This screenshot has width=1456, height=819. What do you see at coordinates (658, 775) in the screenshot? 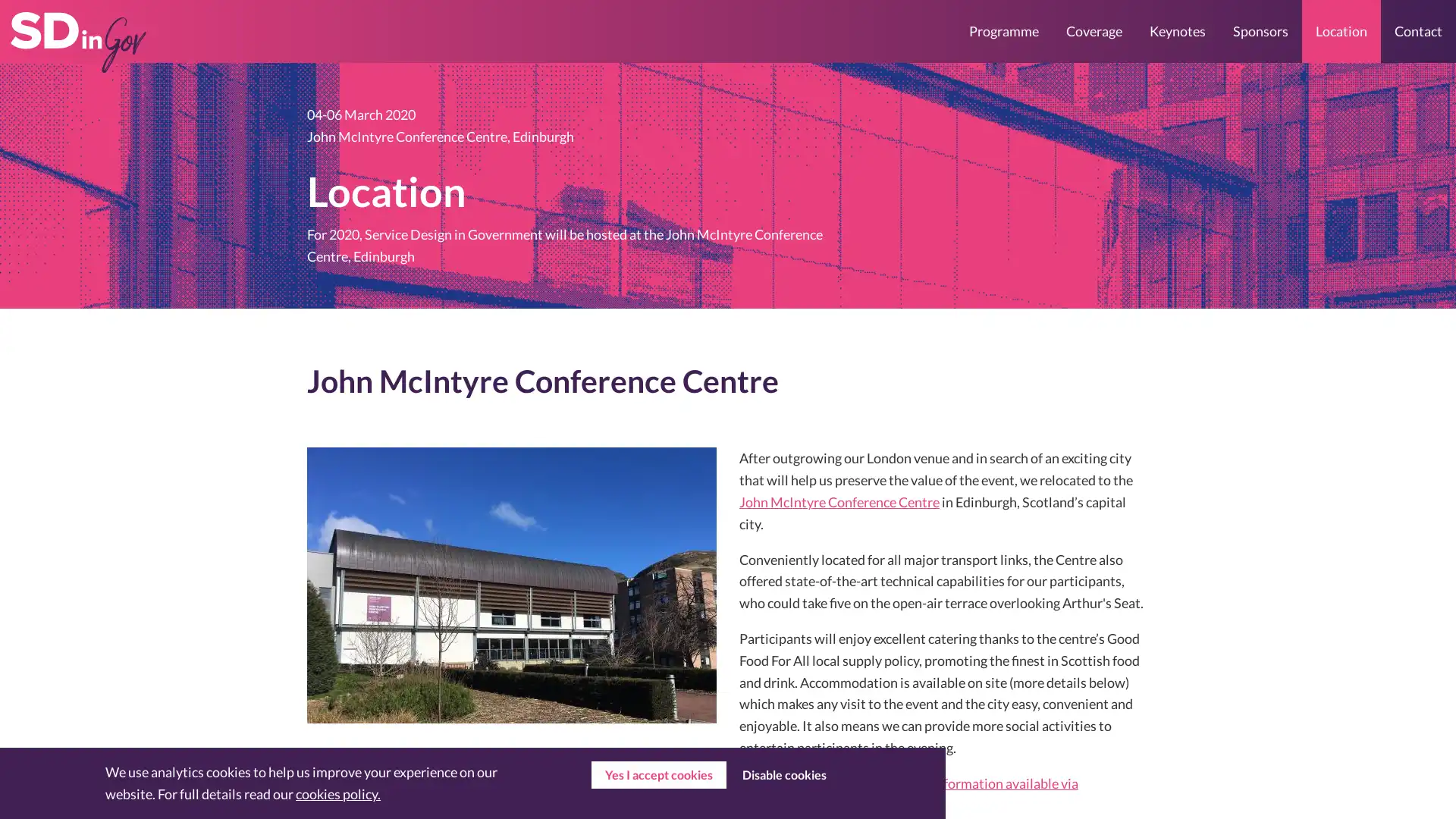
I see `Yes I accept cookies` at bounding box center [658, 775].